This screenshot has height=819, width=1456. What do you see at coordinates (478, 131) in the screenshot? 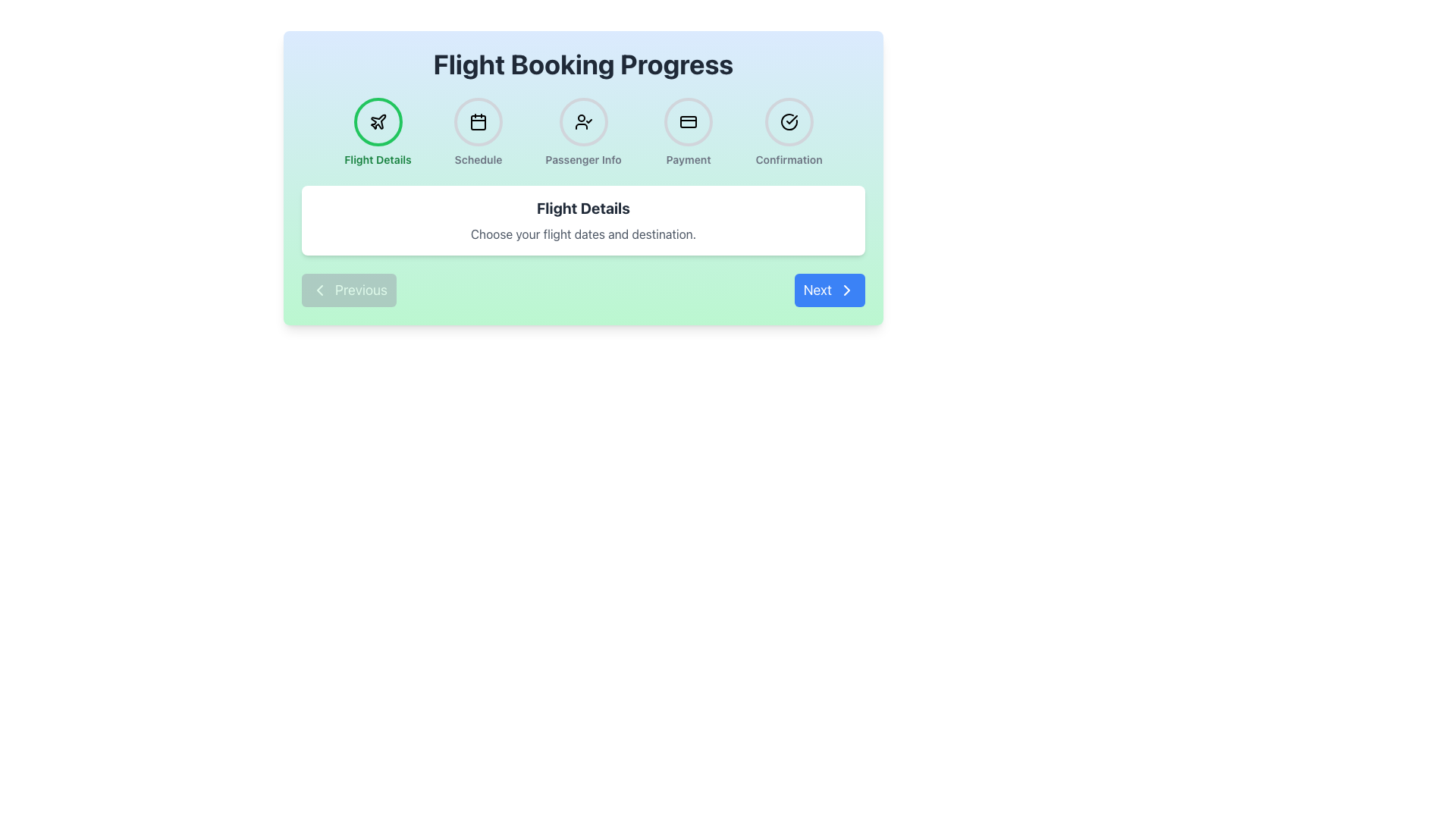
I see `the 'Schedule' button in the flight booking navigation bar` at bounding box center [478, 131].